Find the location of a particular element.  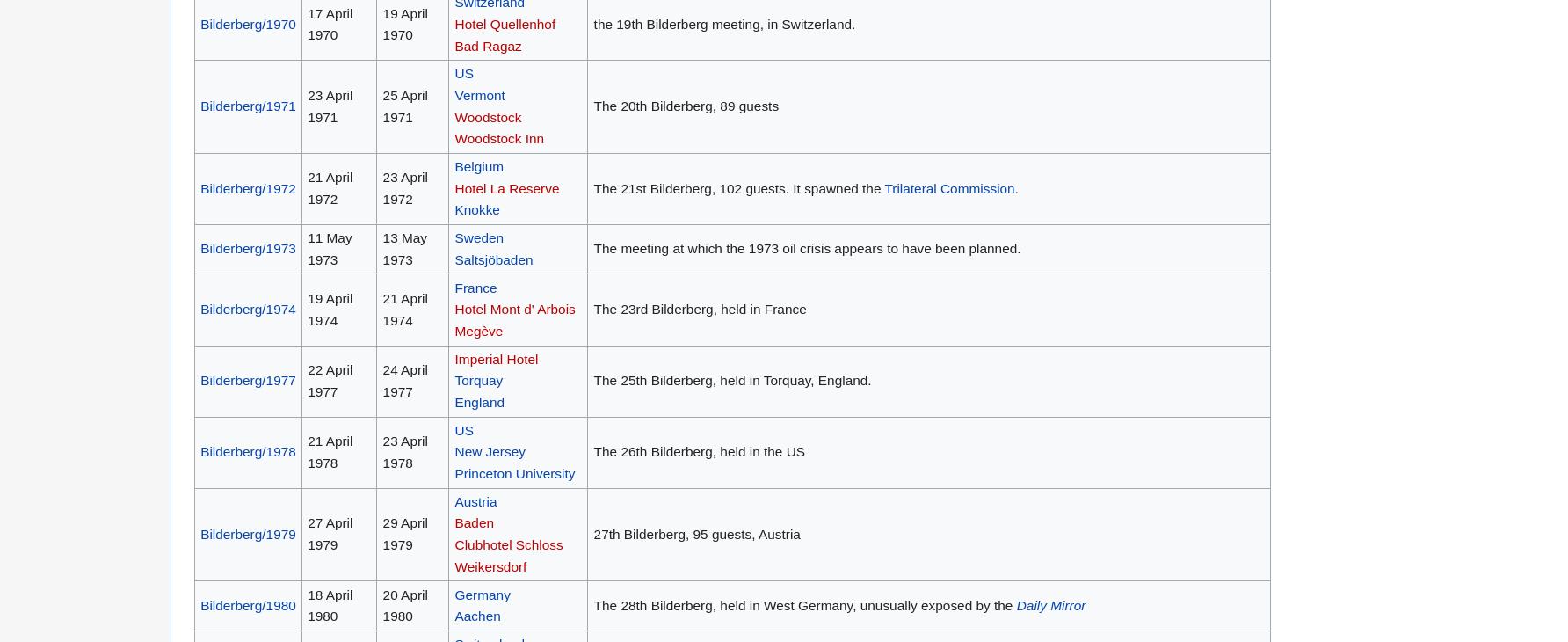

'The 26th Bilderberg, held in the US' is located at coordinates (698, 450).